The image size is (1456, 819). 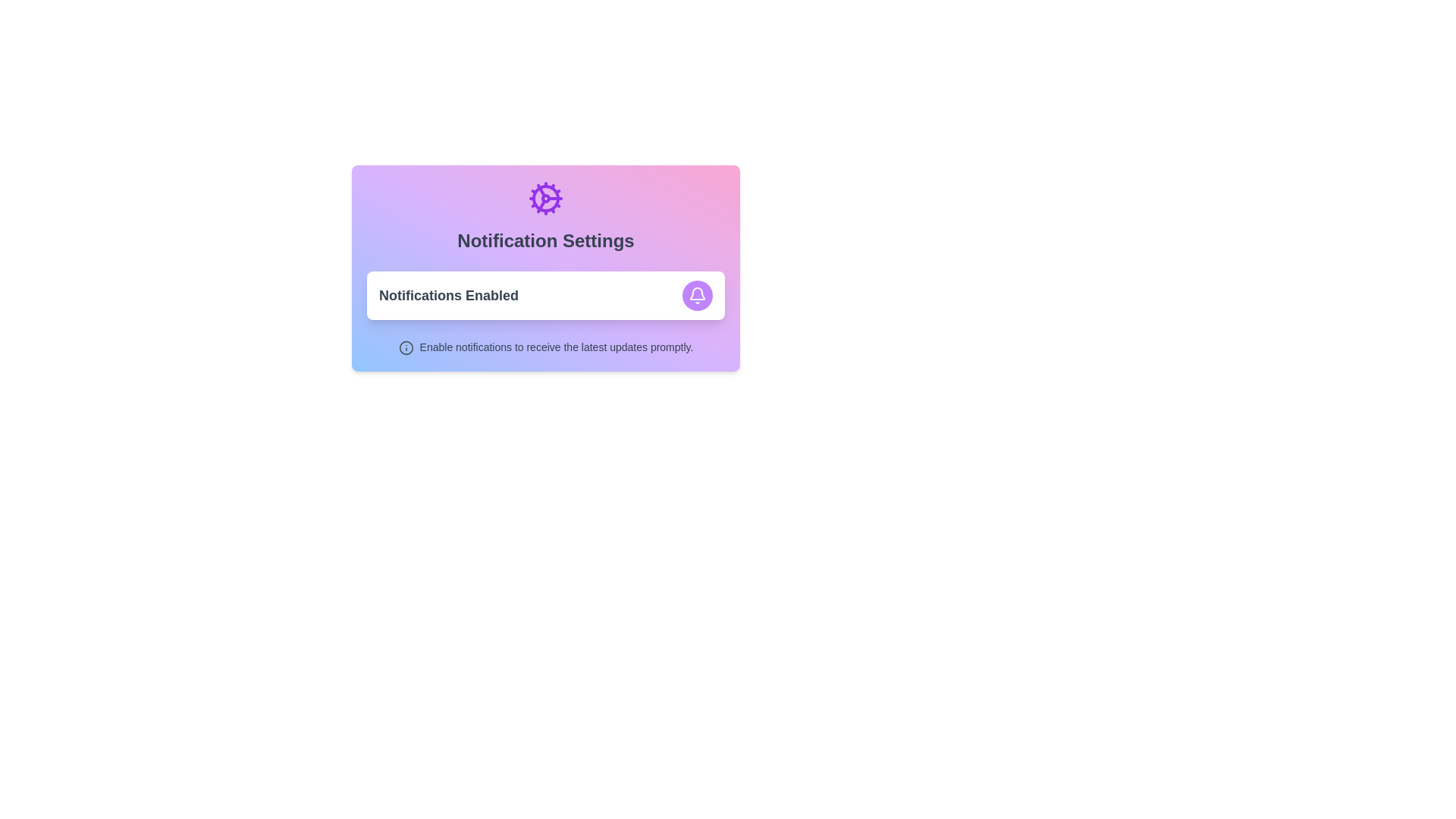 I want to click on the circular part of the information icon, which is located at the bottom left of the interface's main content box, so click(x=406, y=347).